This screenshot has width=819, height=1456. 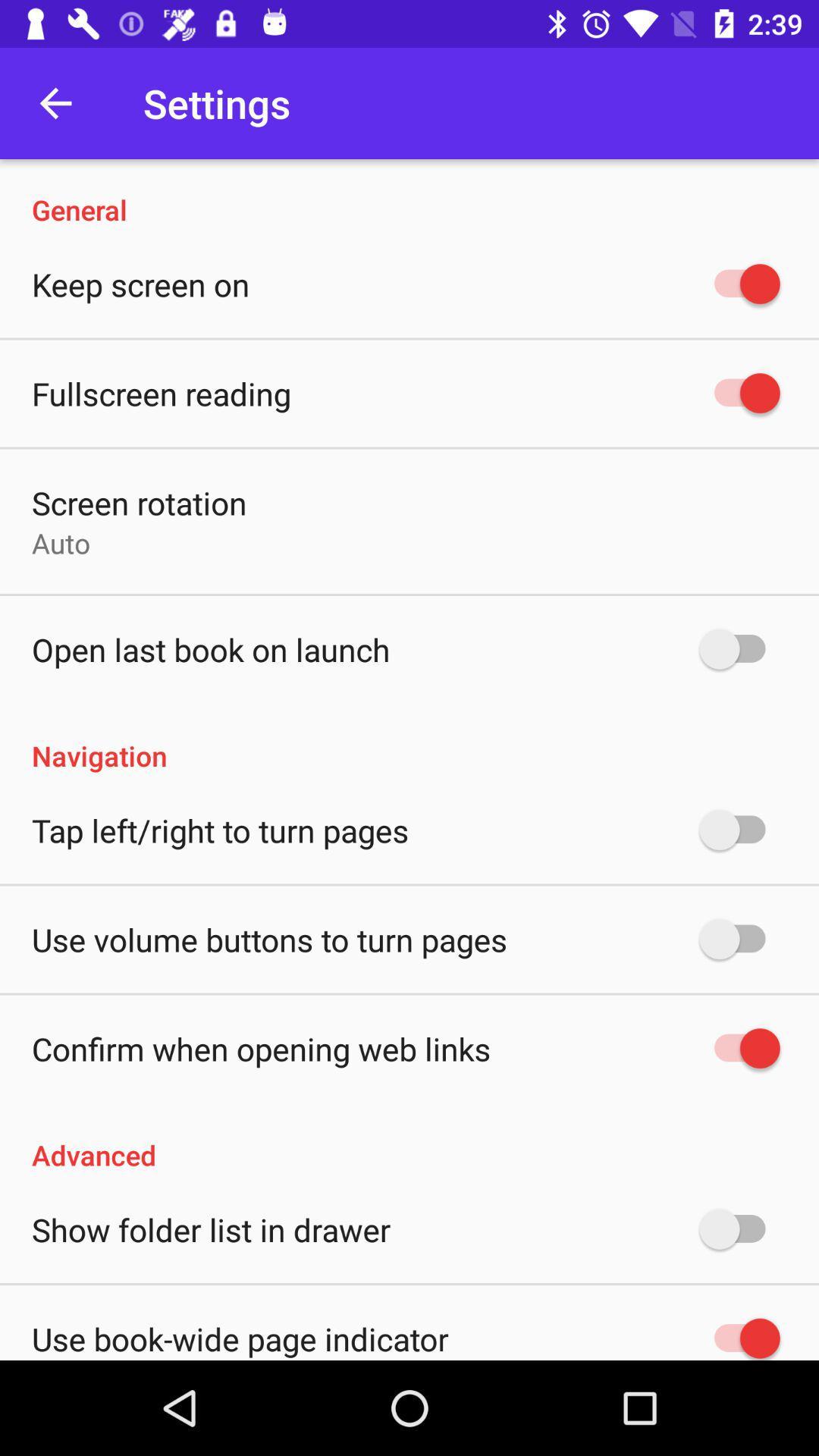 I want to click on general, so click(x=409, y=193).